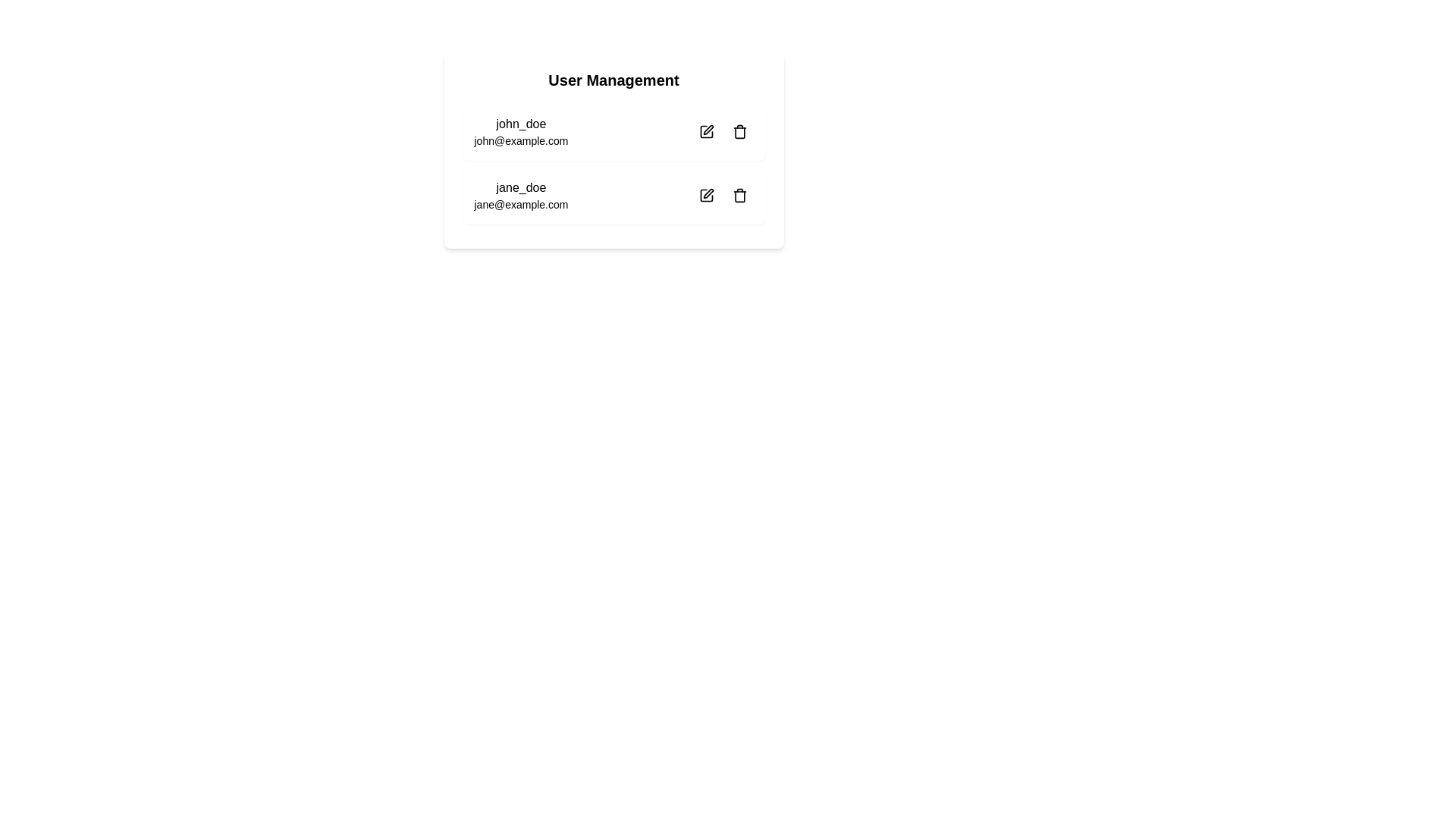  I want to click on the square-shaped edit icon with a pen overlay located to the right of the user information for 'john_doe' to initiate edit mode, so click(705, 130).